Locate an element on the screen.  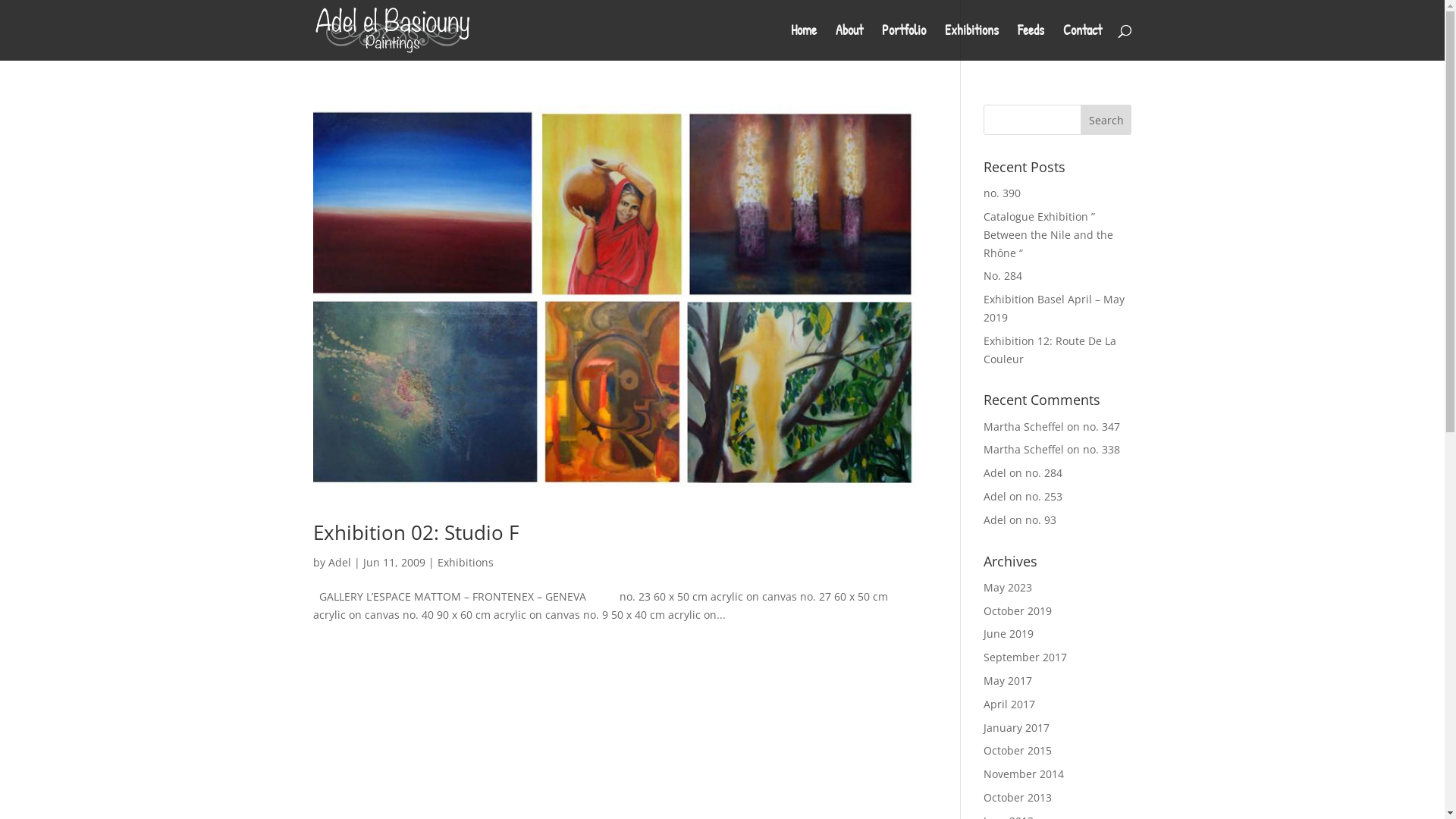
'October 2015' is located at coordinates (1018, 749).